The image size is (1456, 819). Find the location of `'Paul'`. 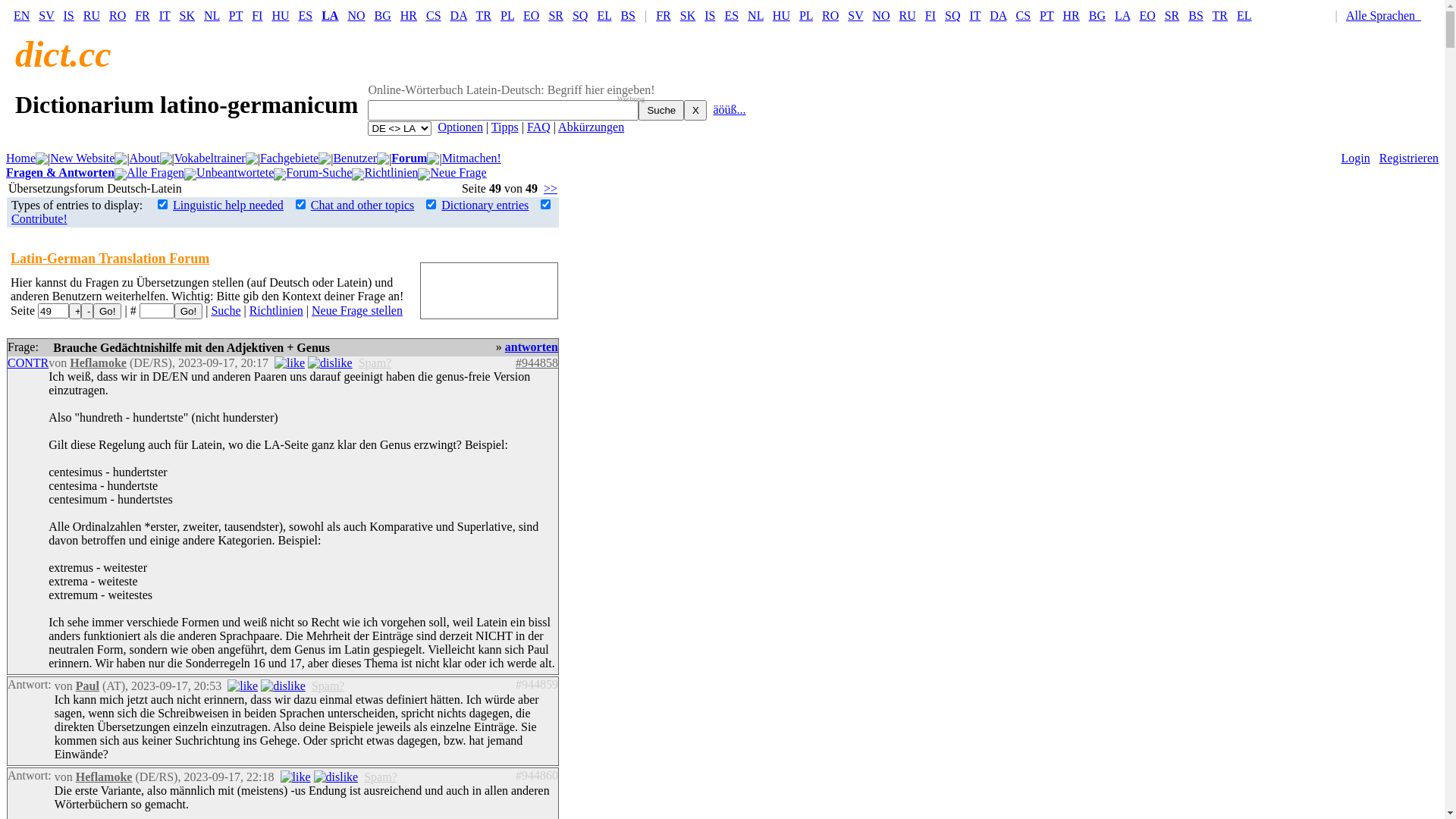

'Paul' is located at coordinates (75, 686).